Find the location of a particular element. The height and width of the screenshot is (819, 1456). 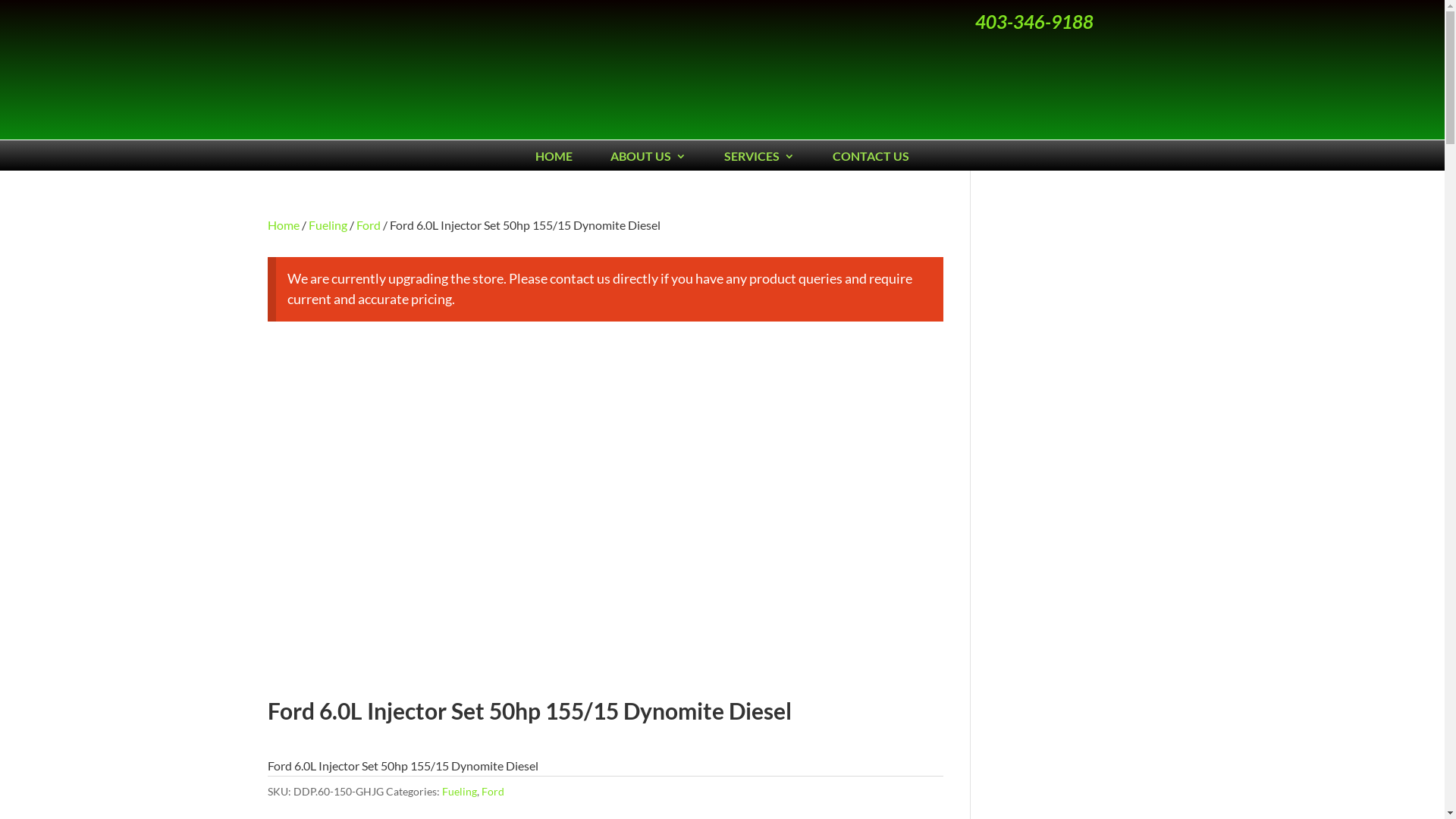

'403-346-9188' is located at coordinates (1033, 21).